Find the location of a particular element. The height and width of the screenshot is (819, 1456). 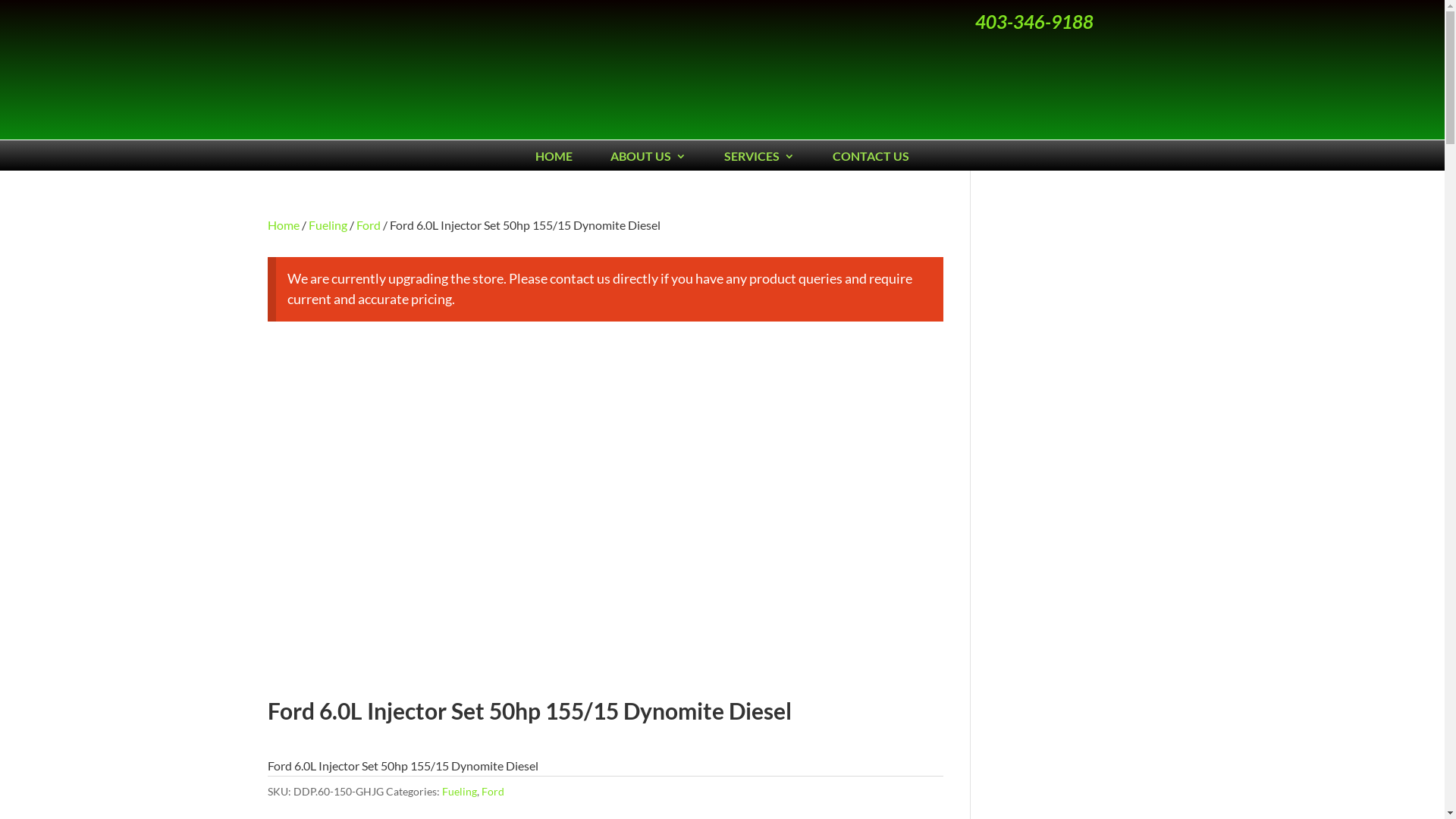

'403-346-9188' is located at coordinates (1033, 21).